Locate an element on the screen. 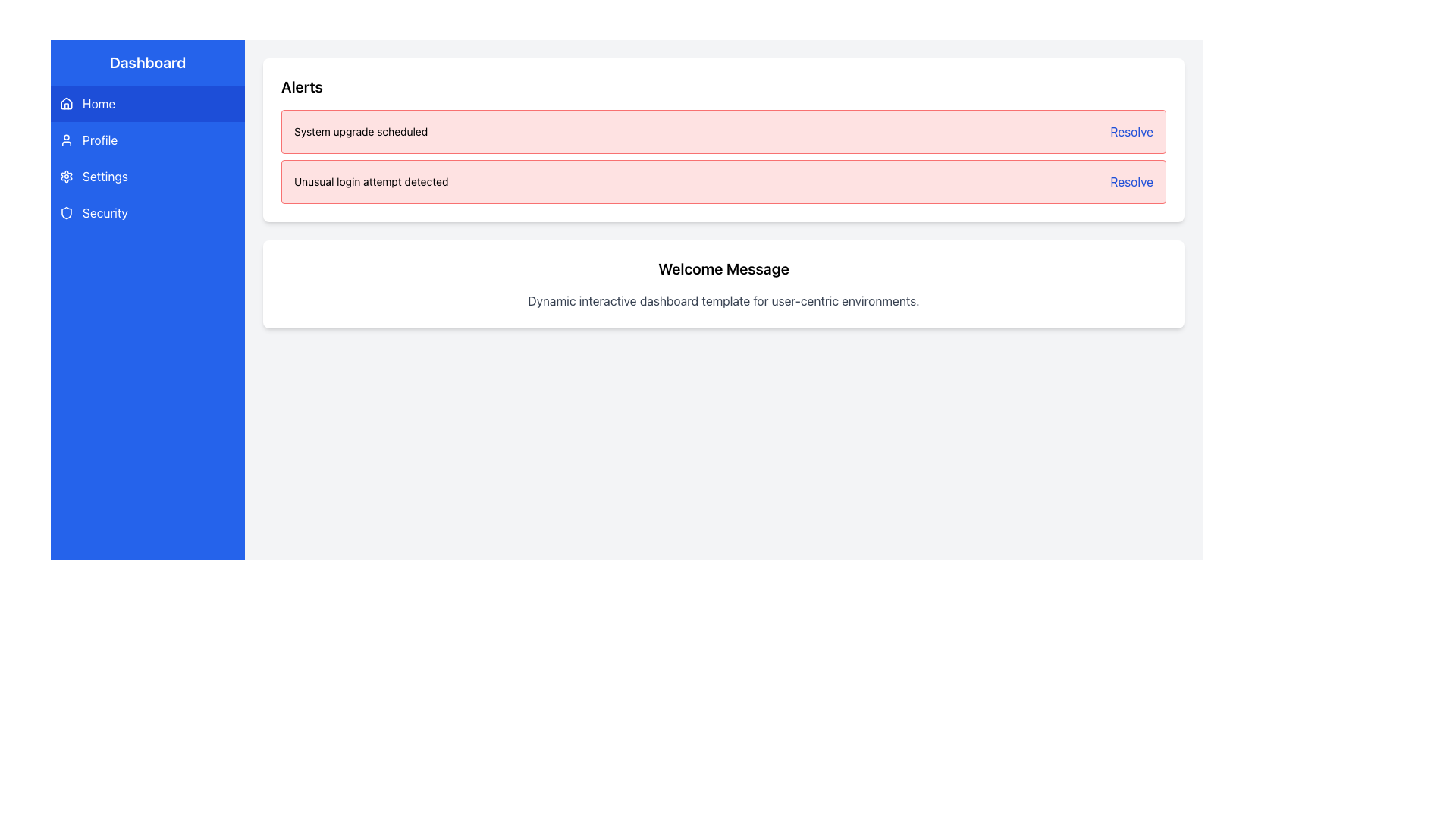 The height and width of the screenshot is (819, 1456). text 'Welcome Message' displayed in bold and large font within the centrally located white, rounded rectangle section is located at coordinates (723, 268).